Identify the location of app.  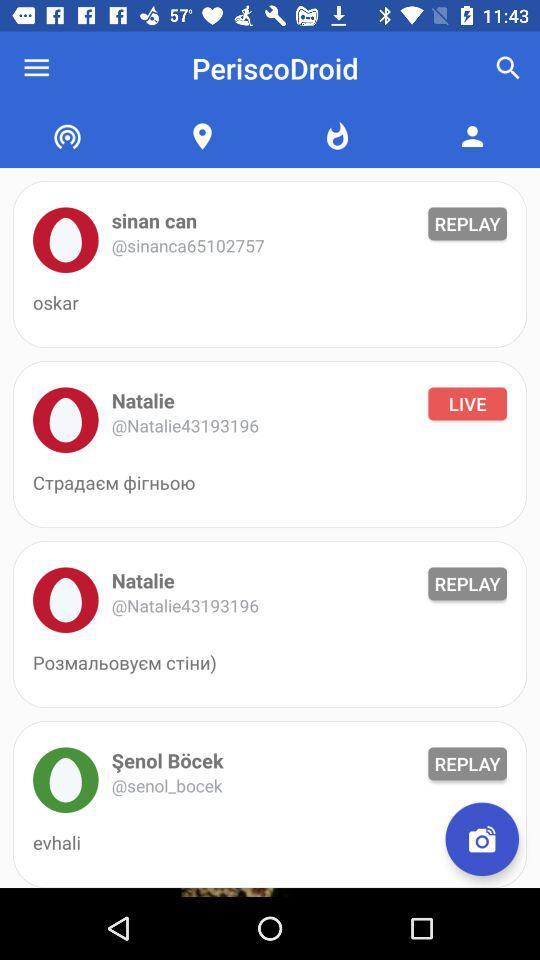
(65, 779).